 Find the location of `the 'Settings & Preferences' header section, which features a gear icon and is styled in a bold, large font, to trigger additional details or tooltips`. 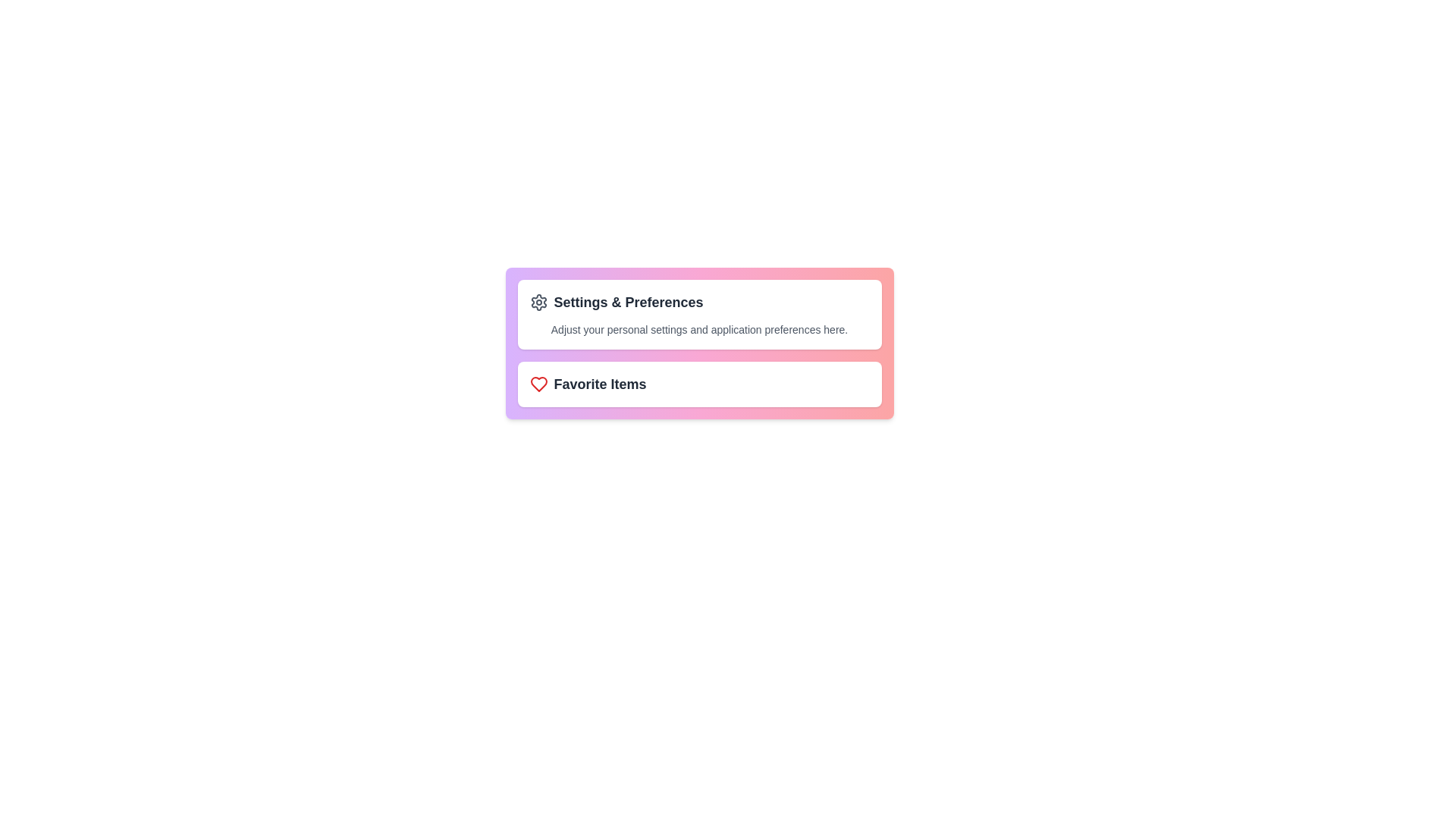

the 'Settings & Preferences' header section, which features a gear icon and is styled in a bold, large font, to trigger additional details or tooltips is located at coordinates (698, 302).